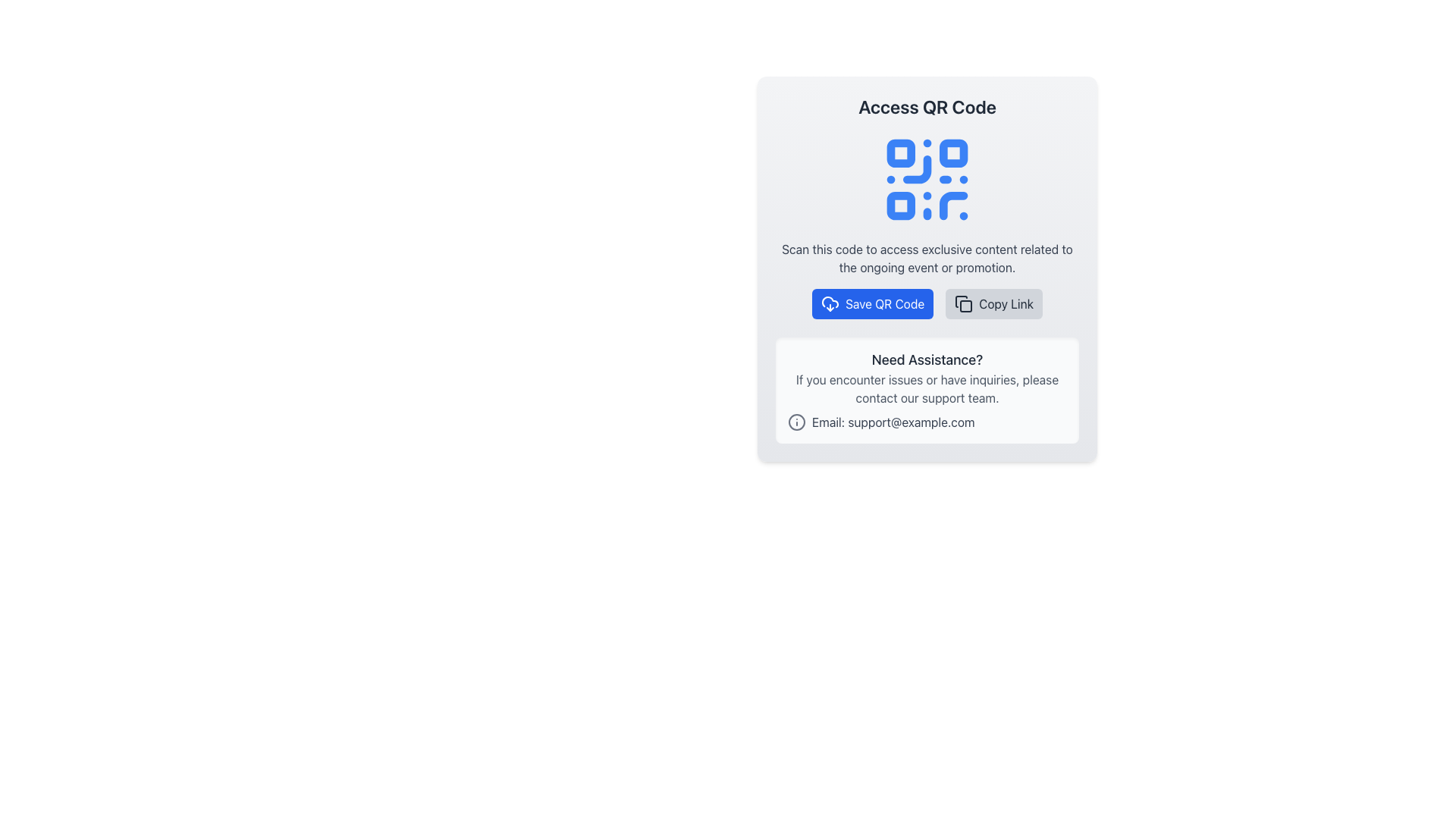 Image resolution: width=1456 pixels, height=819 pixels. Describe the element at coordinates (927, 304) in the screenshot. I see `the save QR code button located to the left of the 'Copy Link' button, which initiates a download process for saving QR codes` at that location.